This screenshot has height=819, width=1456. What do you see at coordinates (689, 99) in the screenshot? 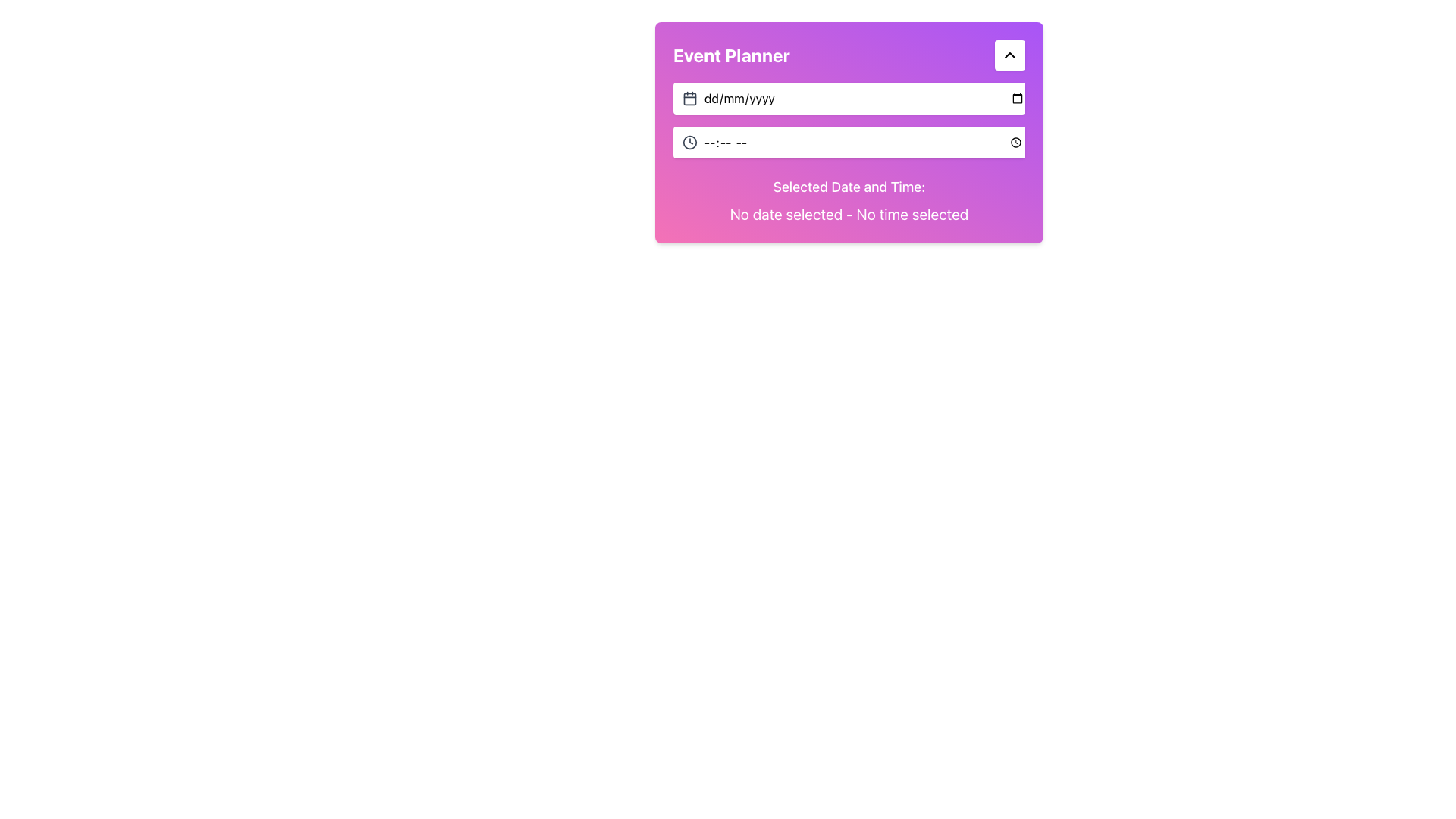
I see `the calendar icon, which is a grayish calendar representation located to the left of the 'dd/mm/yyyy' input field in the date picker section` at bounding box center [689, 99].